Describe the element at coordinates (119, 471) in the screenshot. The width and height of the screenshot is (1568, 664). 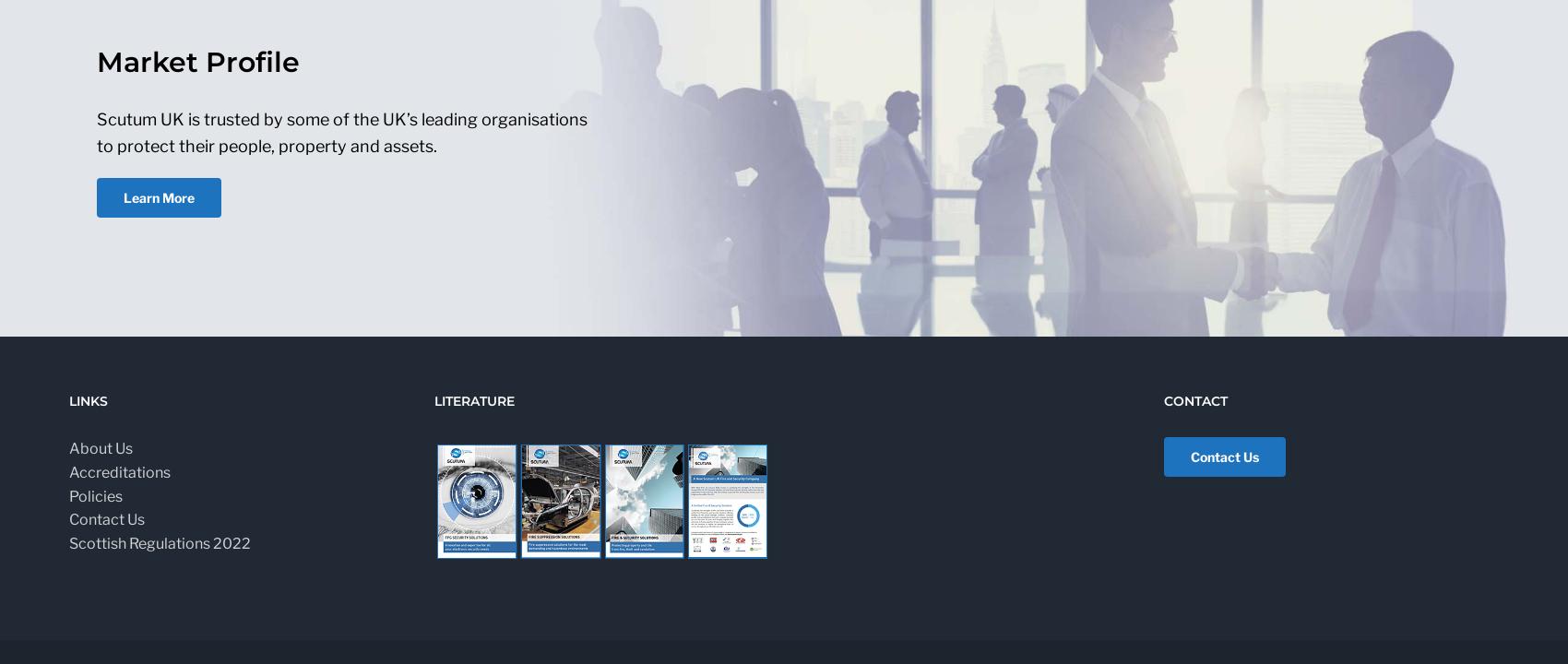
I see `'Accreditations'` at that location.